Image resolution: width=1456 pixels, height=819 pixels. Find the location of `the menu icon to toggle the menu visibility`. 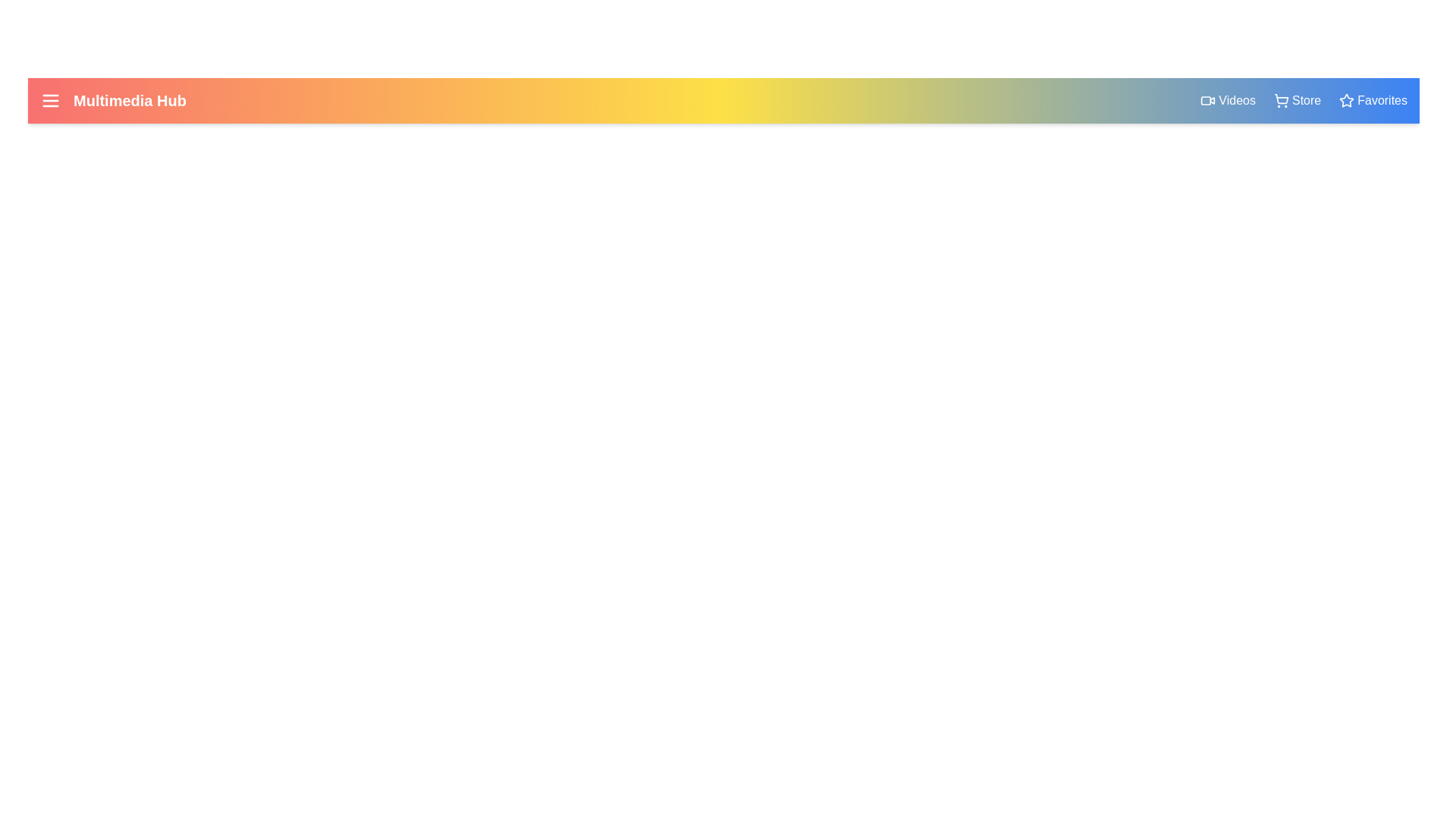

the menu icon to toggle the menu visibility is located at coordinates (51, 100).